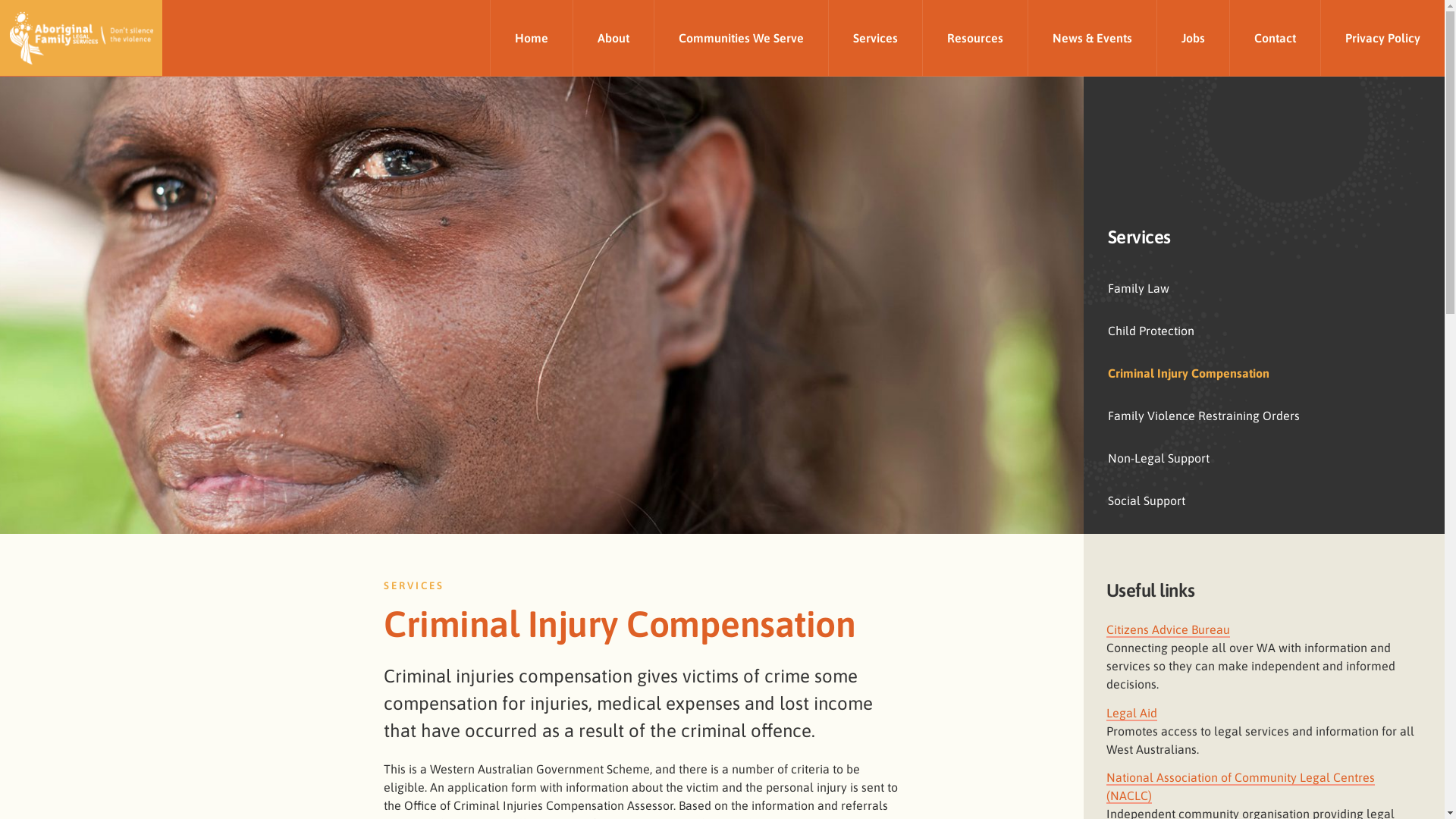  I want to click on 'Social Support', so click(1263, 500).